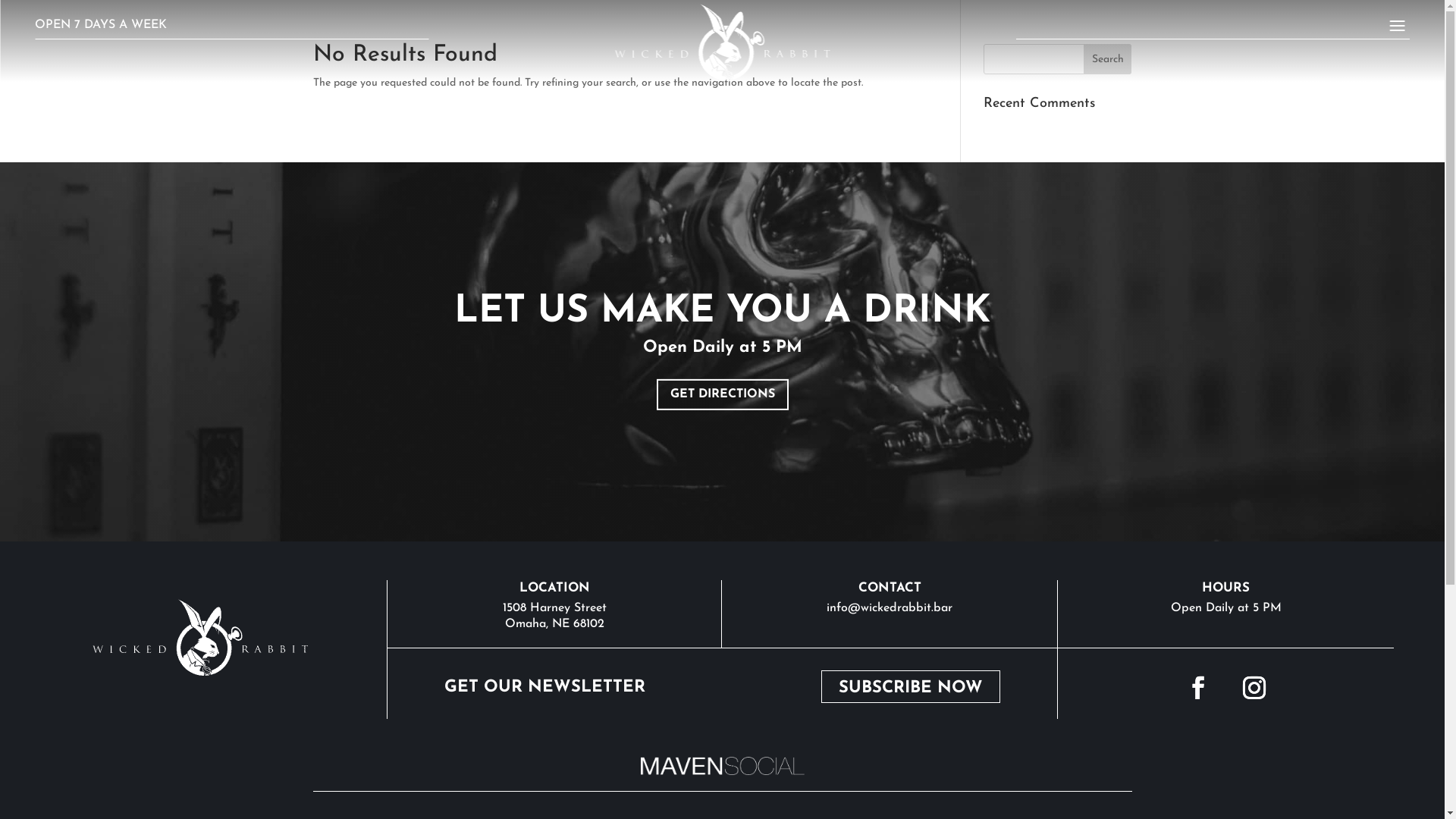 This screenshot has height=819, width=1456. What do you see at coordinates (199, 637) in the screenshot?
I see `'wickedrabbit_logo_white_rezised'` at bounding box center [199, 637].